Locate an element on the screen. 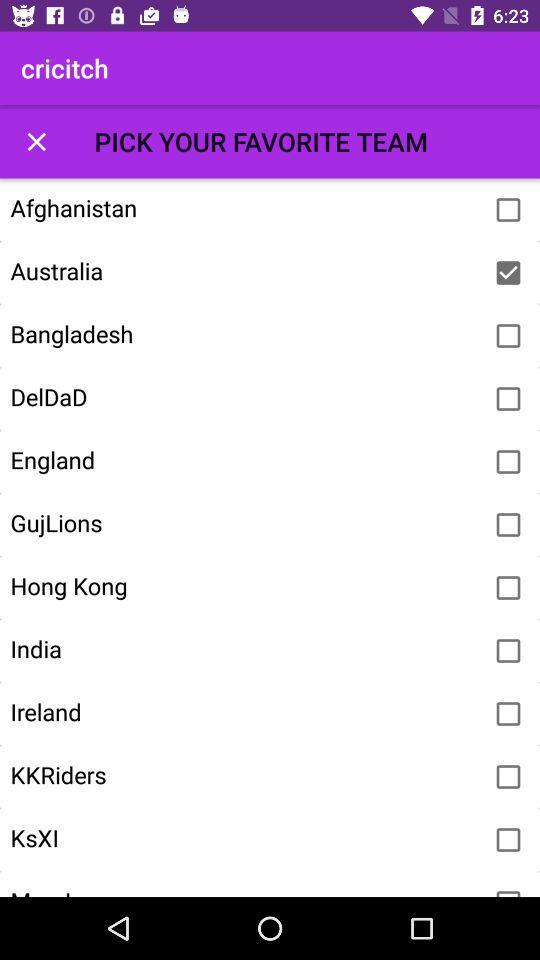 The image size is (540, 960). england is located at coordinates (508, 462).